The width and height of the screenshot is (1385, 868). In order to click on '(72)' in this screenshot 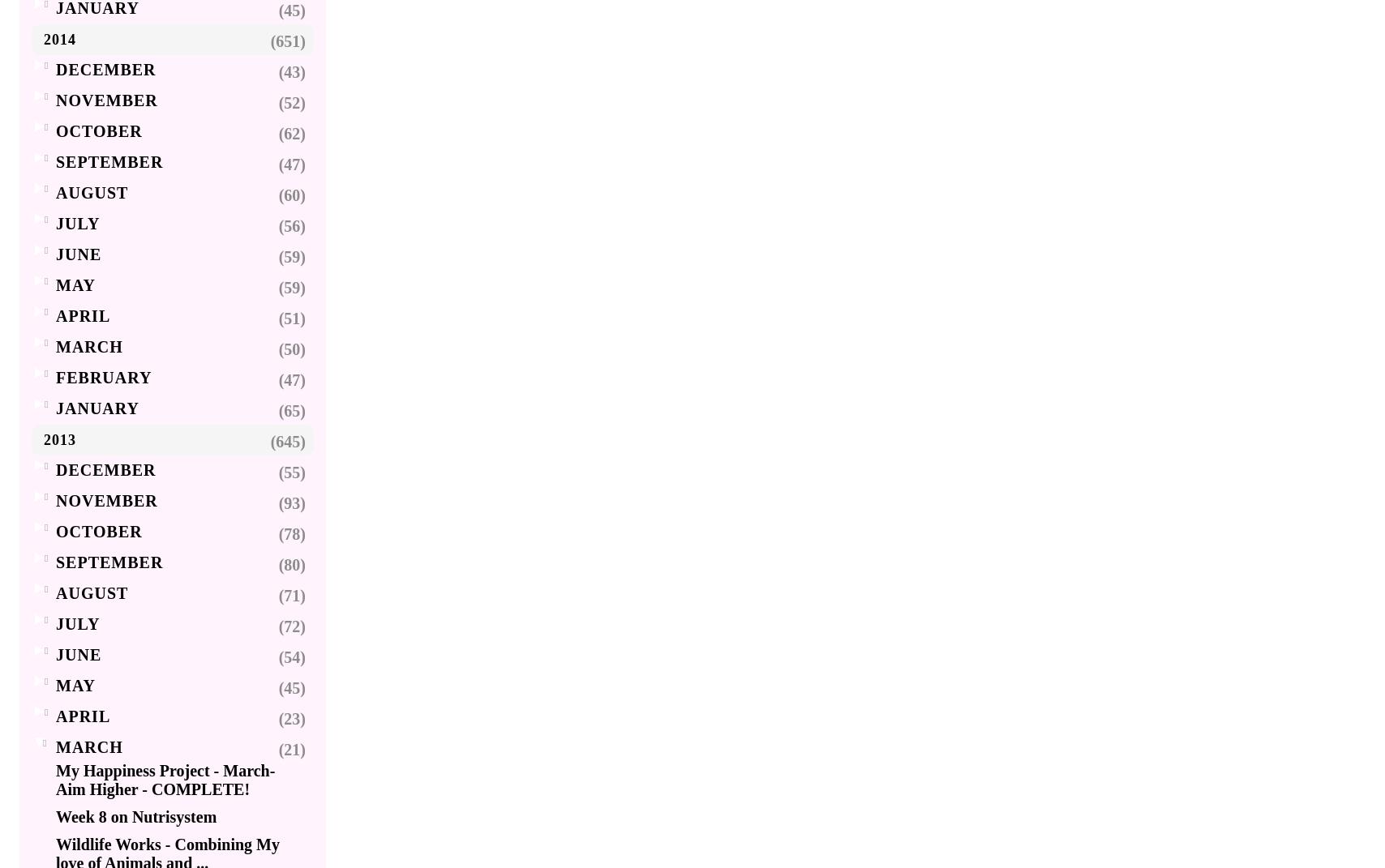, I will do `click(292, 626)`.